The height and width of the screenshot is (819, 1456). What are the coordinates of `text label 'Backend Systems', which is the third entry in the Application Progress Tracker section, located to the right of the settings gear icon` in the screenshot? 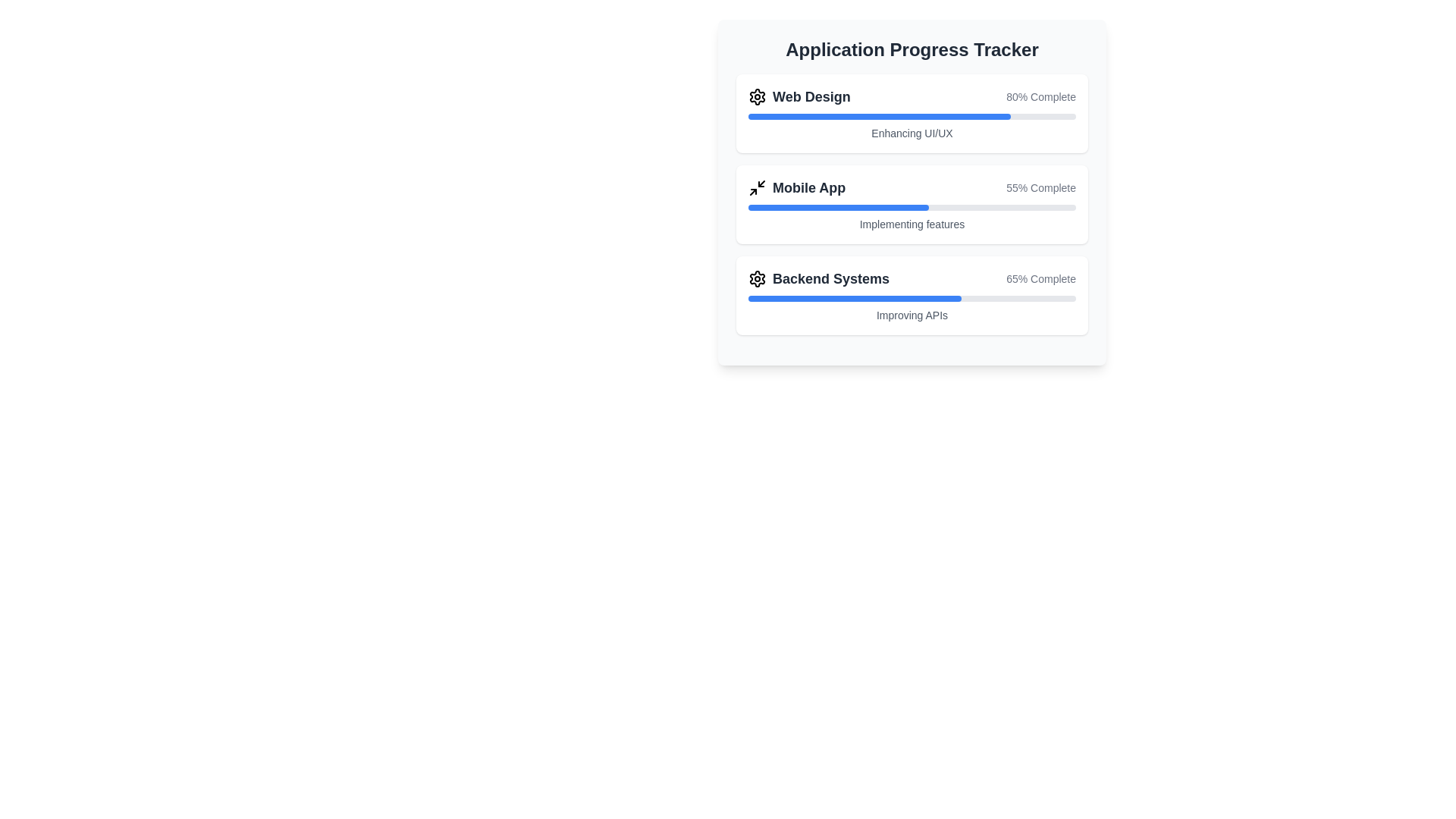 It's located at (830, 278).